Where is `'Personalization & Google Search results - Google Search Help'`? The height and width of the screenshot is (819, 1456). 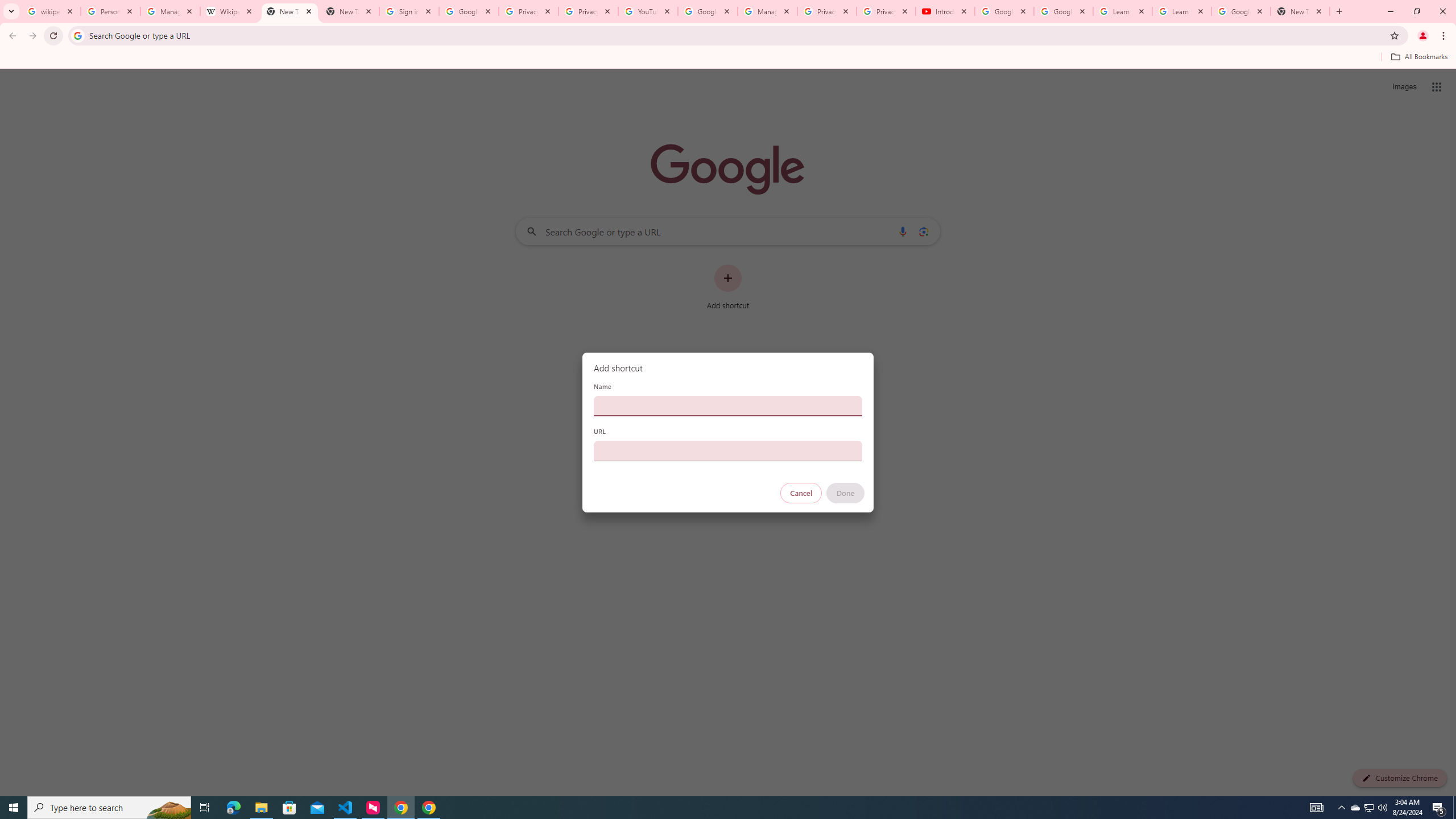
'Personalization & Google Search results - Google Search Help' is located at coordinates (110, 11).